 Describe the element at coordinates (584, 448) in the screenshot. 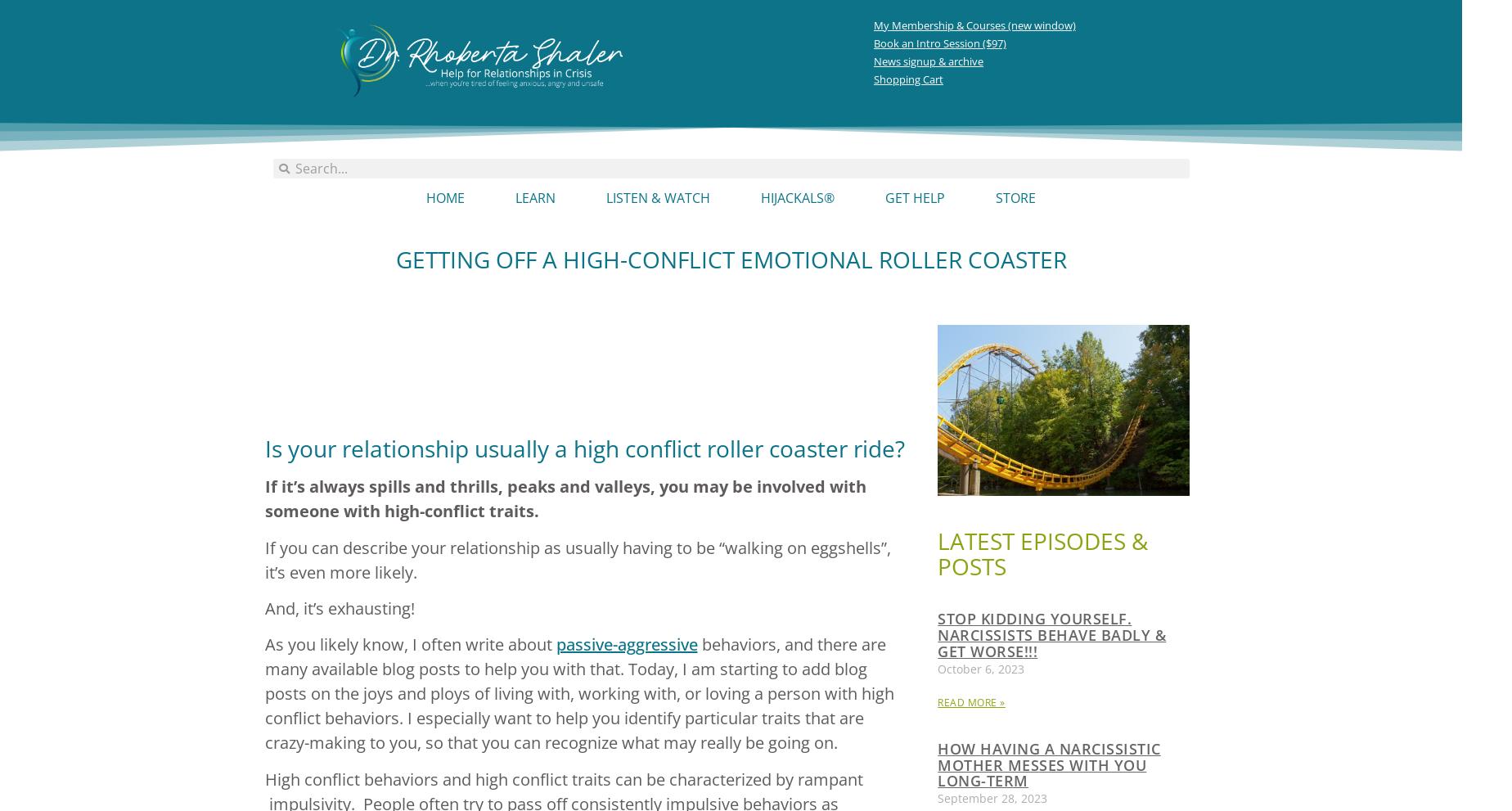

I see `'Is your relationship usually a high conflict roller coaster ride?'` at that location.